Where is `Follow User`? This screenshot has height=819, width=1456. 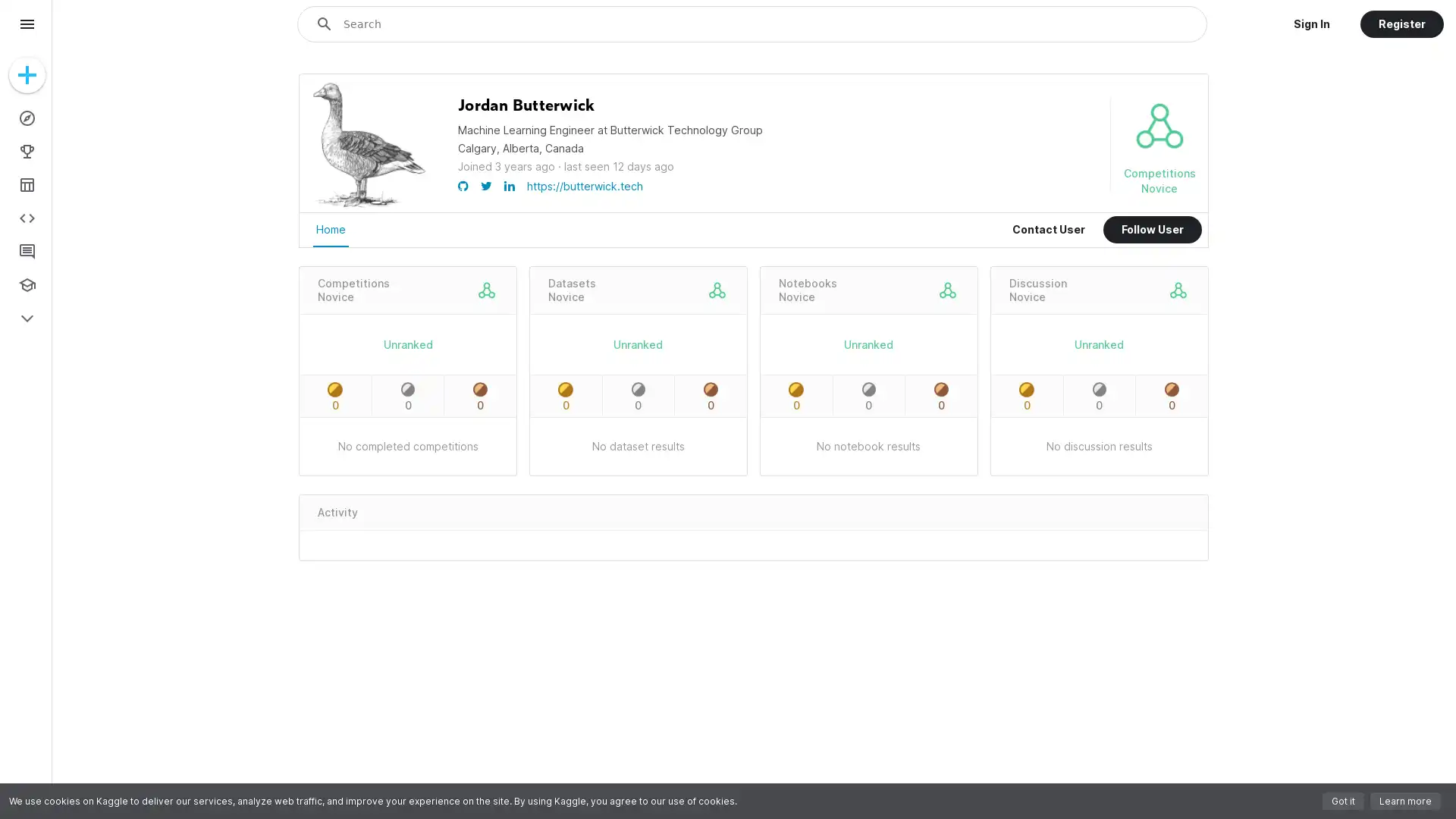 Follow User is located at coordinates (1153, 230).